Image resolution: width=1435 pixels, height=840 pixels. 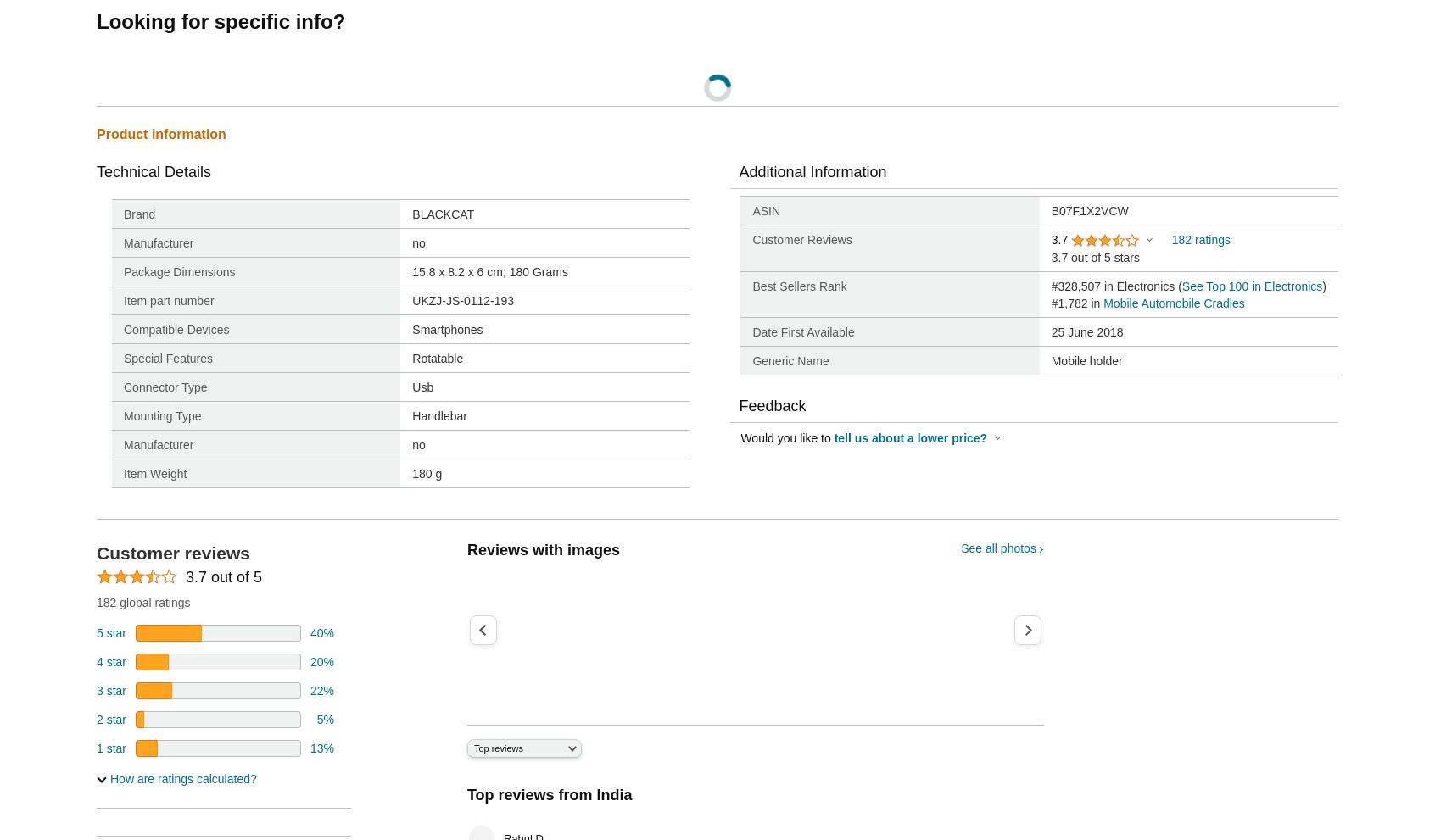 I want to click on 'Mobile holder', so click(x=1086, y=360).